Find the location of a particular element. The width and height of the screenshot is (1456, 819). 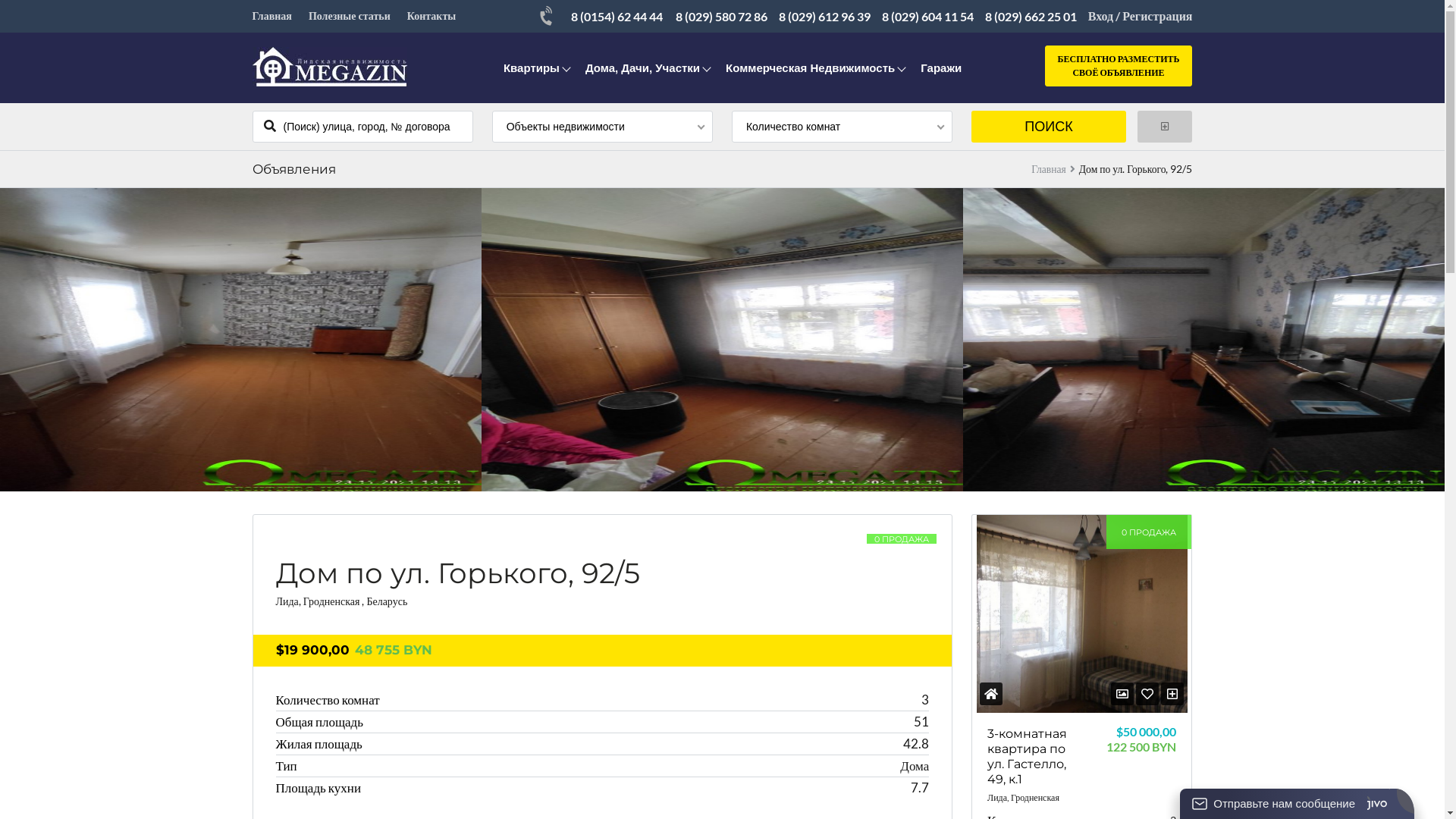

'<i class="fa fa-heart-o"></i>' is located at coordinates (1147, 693).